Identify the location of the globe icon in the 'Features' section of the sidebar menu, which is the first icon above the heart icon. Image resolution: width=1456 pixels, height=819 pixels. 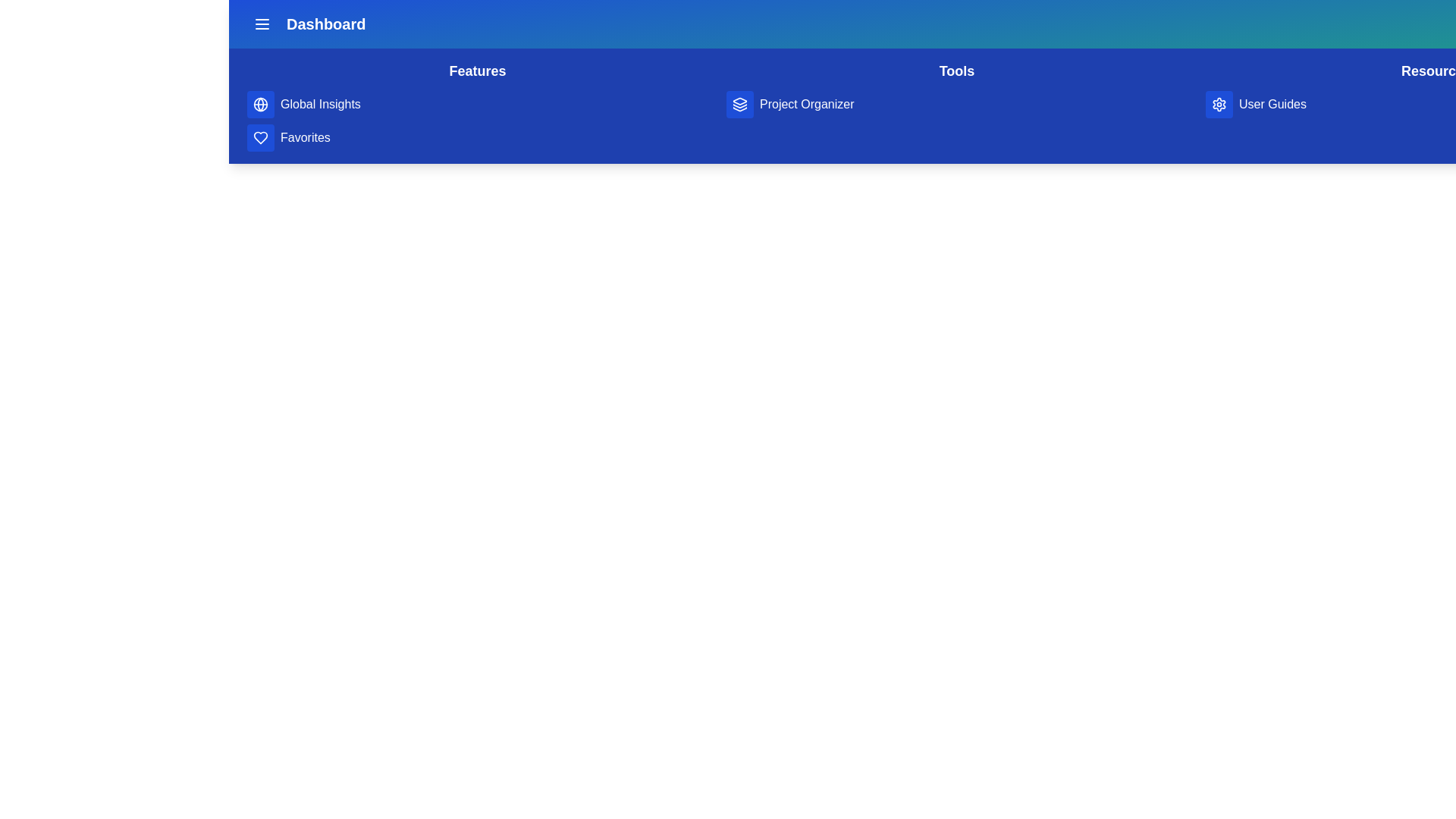
(261, 104).